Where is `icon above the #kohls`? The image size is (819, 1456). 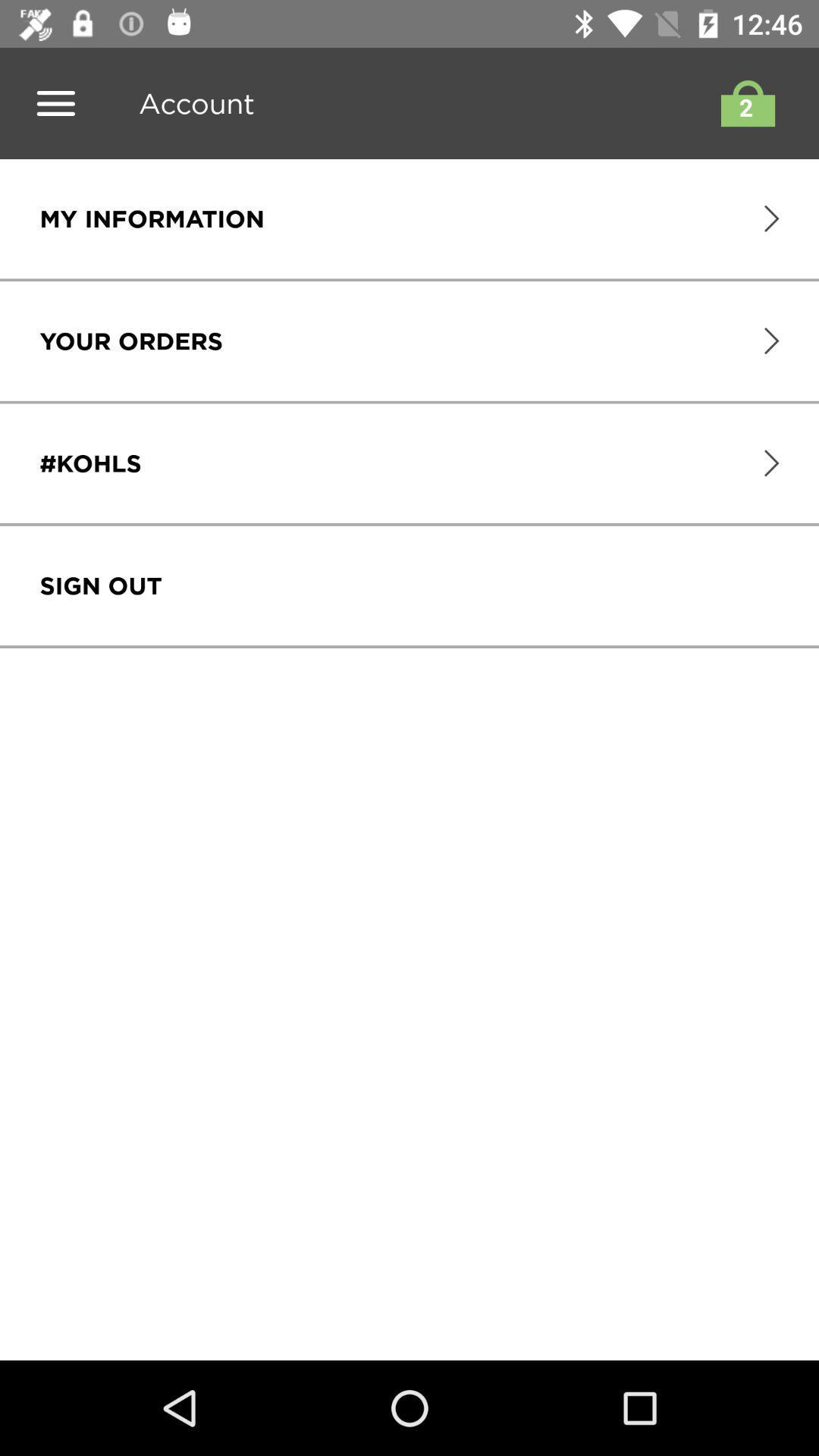
icon above the #kohls is located at coordinates (130, 340).